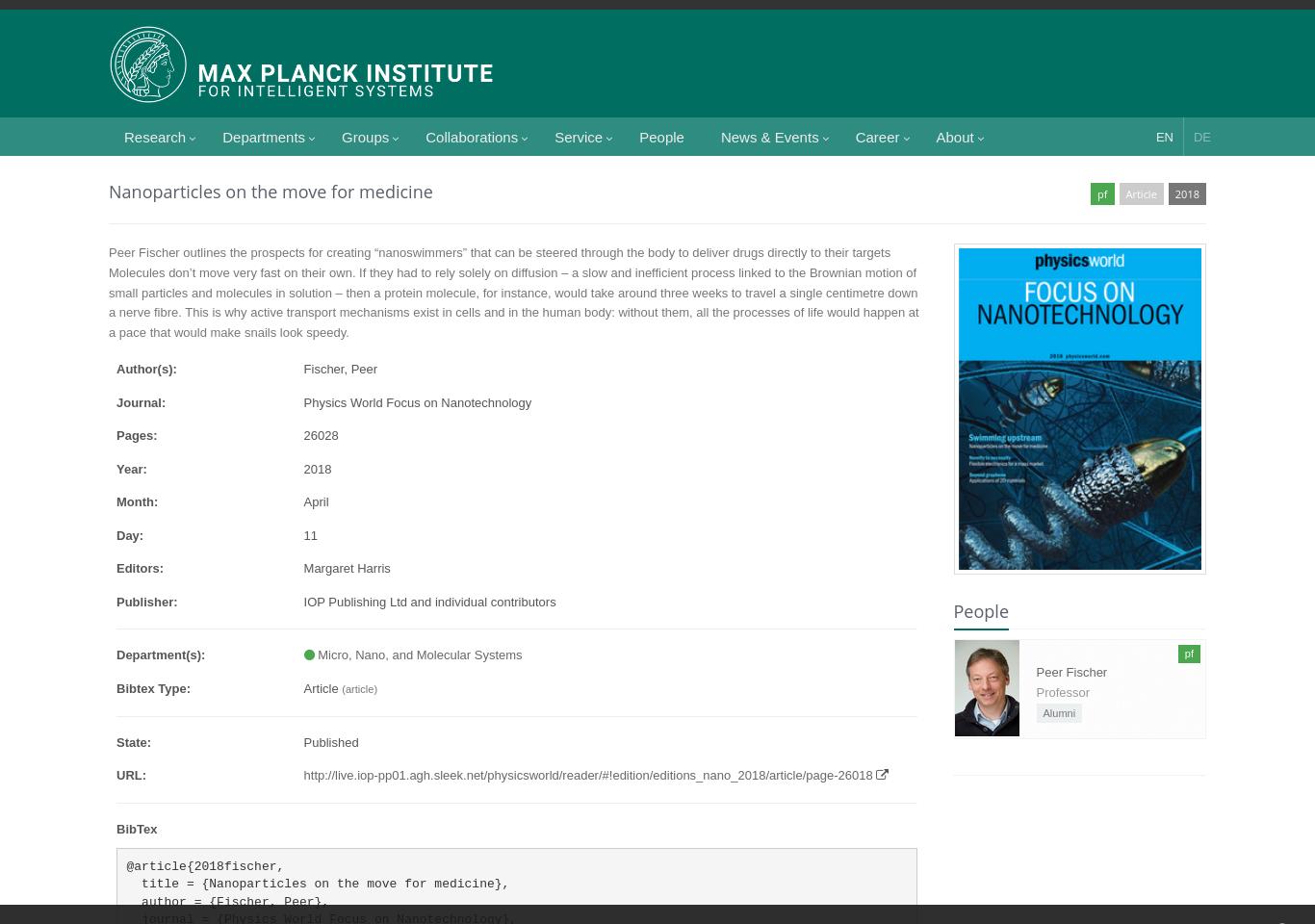  I want to click on 'Professor', so click(1062, 692).